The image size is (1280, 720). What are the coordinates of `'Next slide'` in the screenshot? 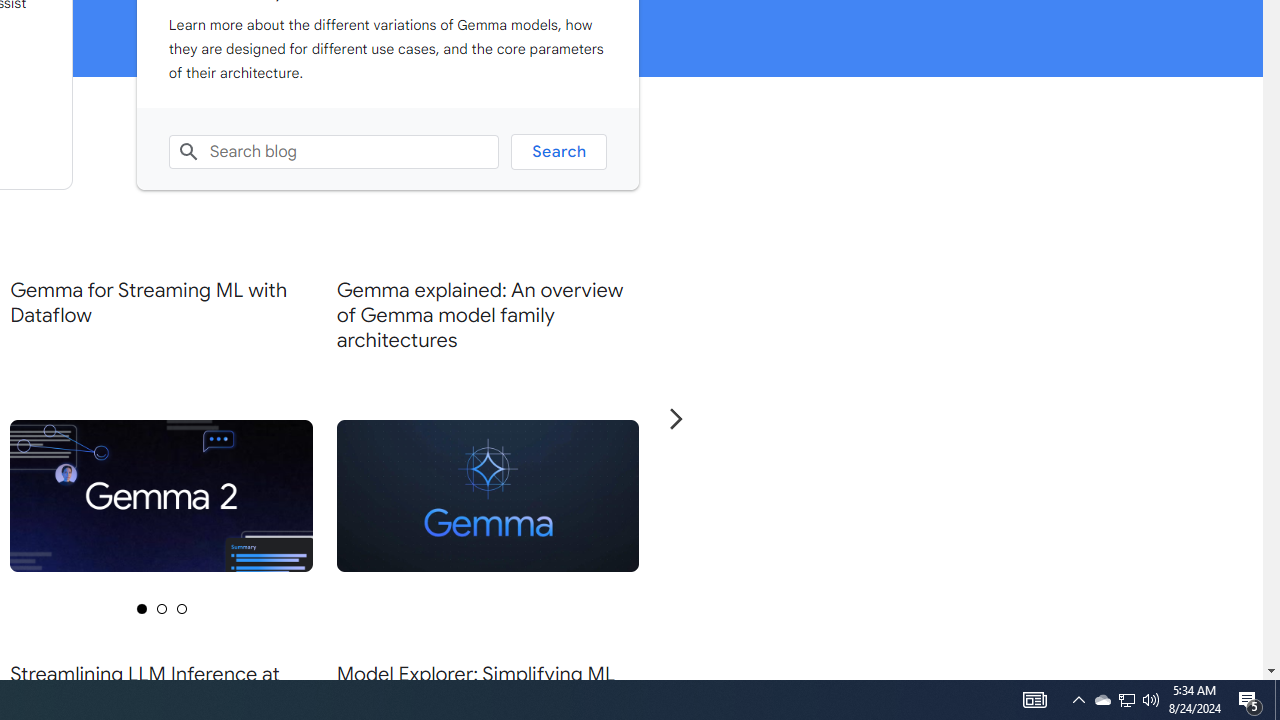 It's located at (675, 417).